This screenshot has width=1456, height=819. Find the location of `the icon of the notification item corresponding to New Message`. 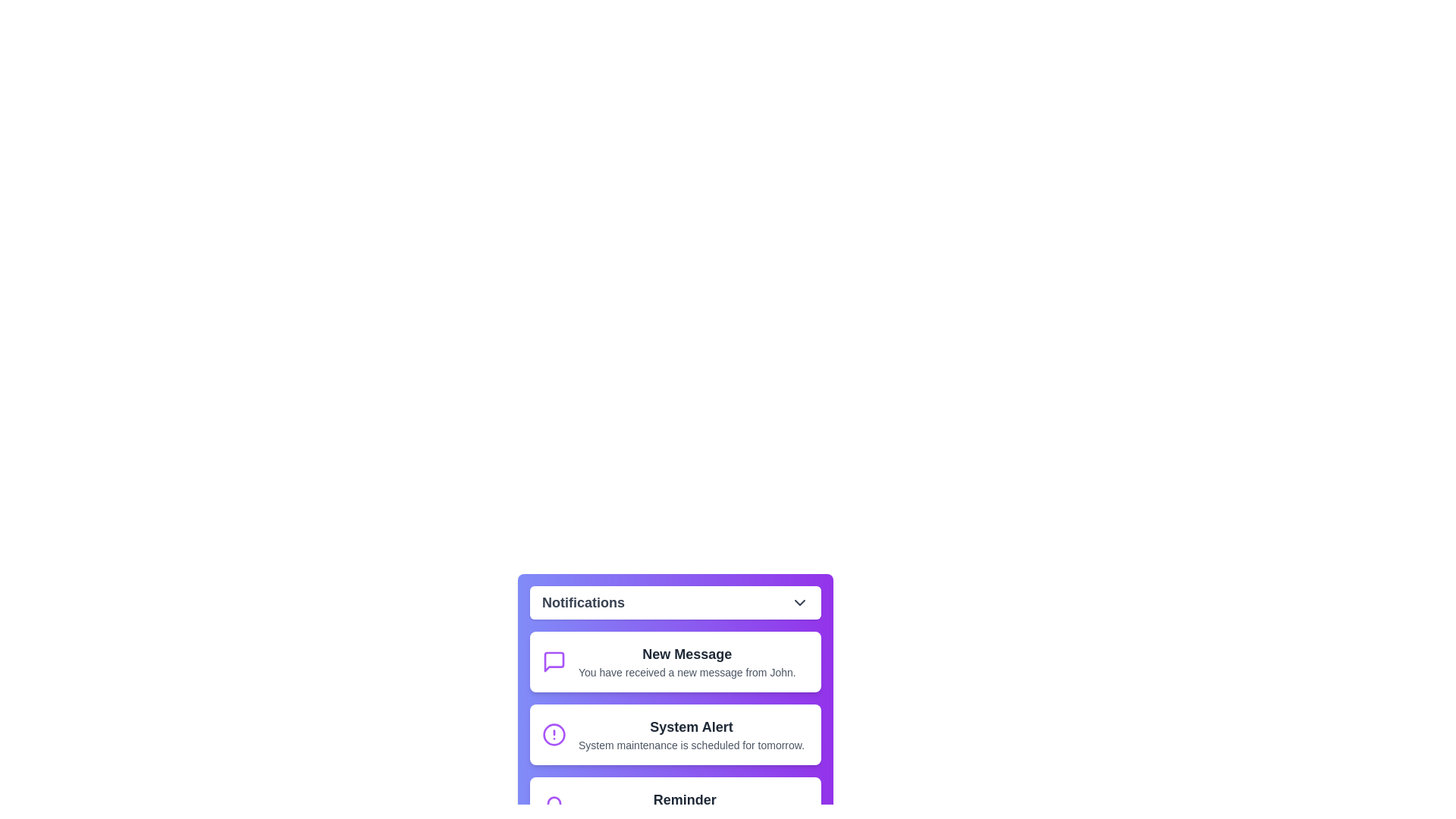

the icon of the notification item corresponding to New Message is located at coordinates (553, 661).